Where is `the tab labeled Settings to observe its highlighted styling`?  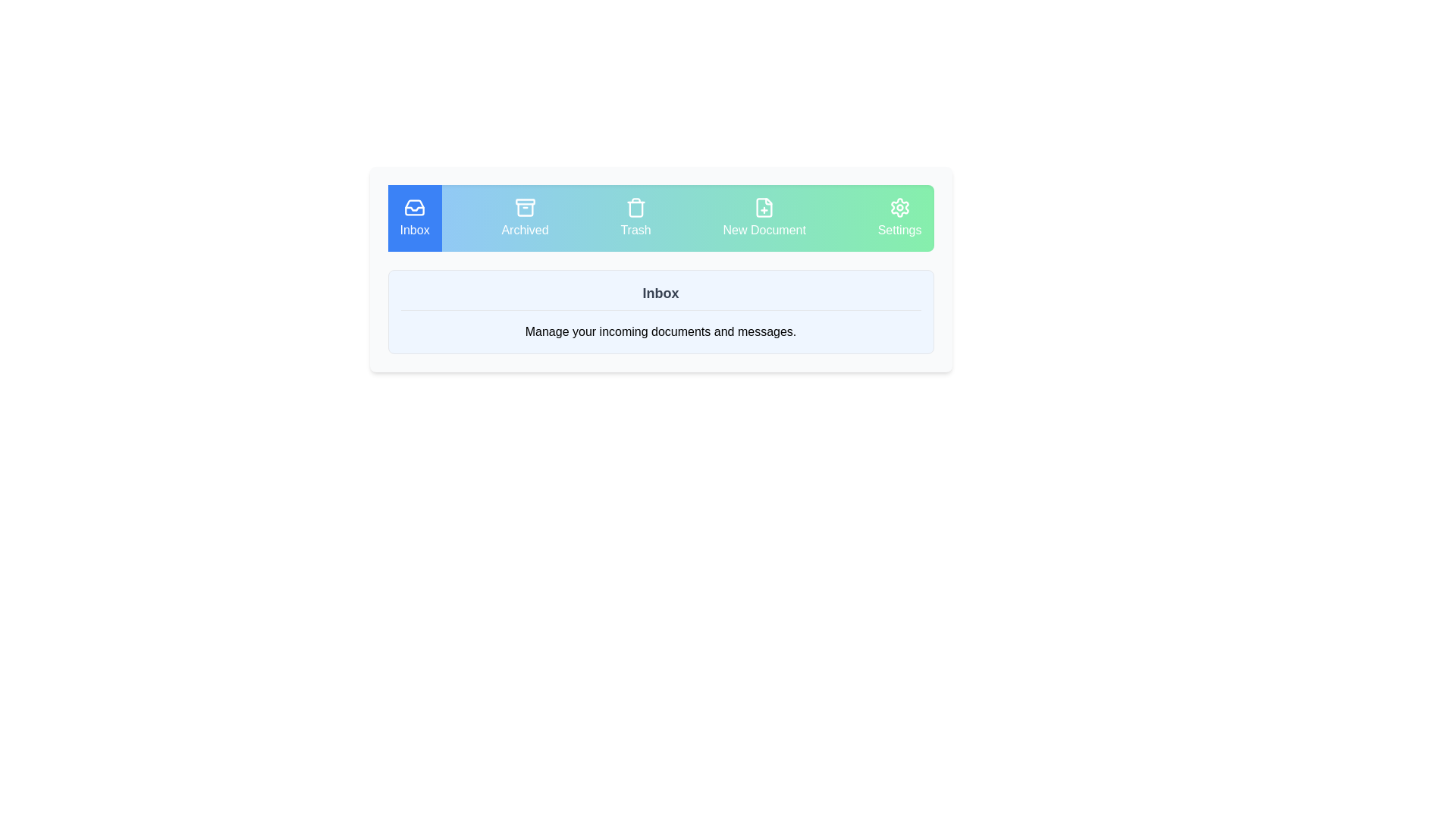 the tab labeled Settings to observe its highlighted styling is located at coordinates (899, 218).